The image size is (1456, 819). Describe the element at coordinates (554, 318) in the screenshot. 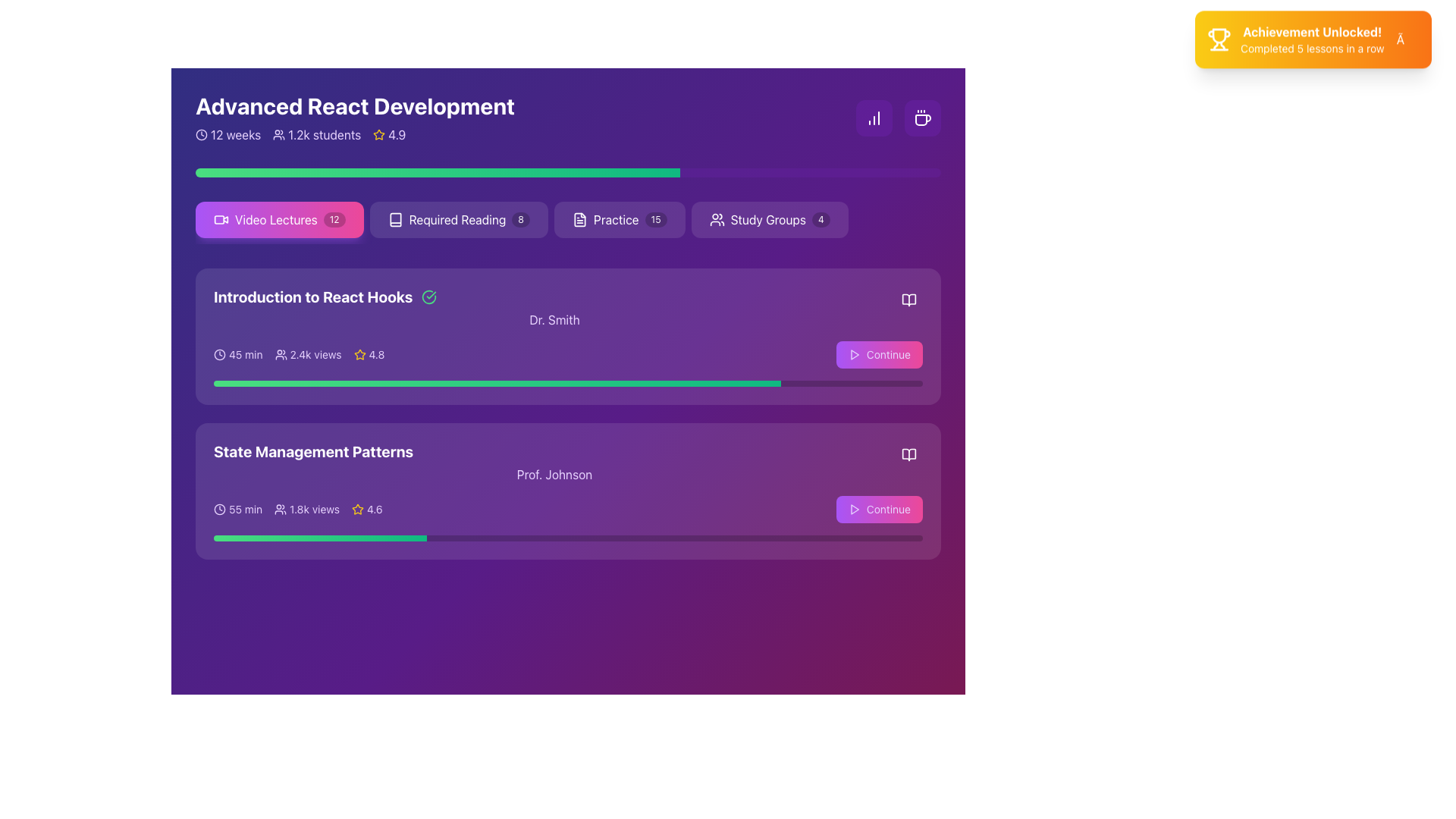

I see `displayed text of the Text label that provides author or presenter information, located immediately below the title 'Introduction to React Hooks' and aligned to the right` at that location.